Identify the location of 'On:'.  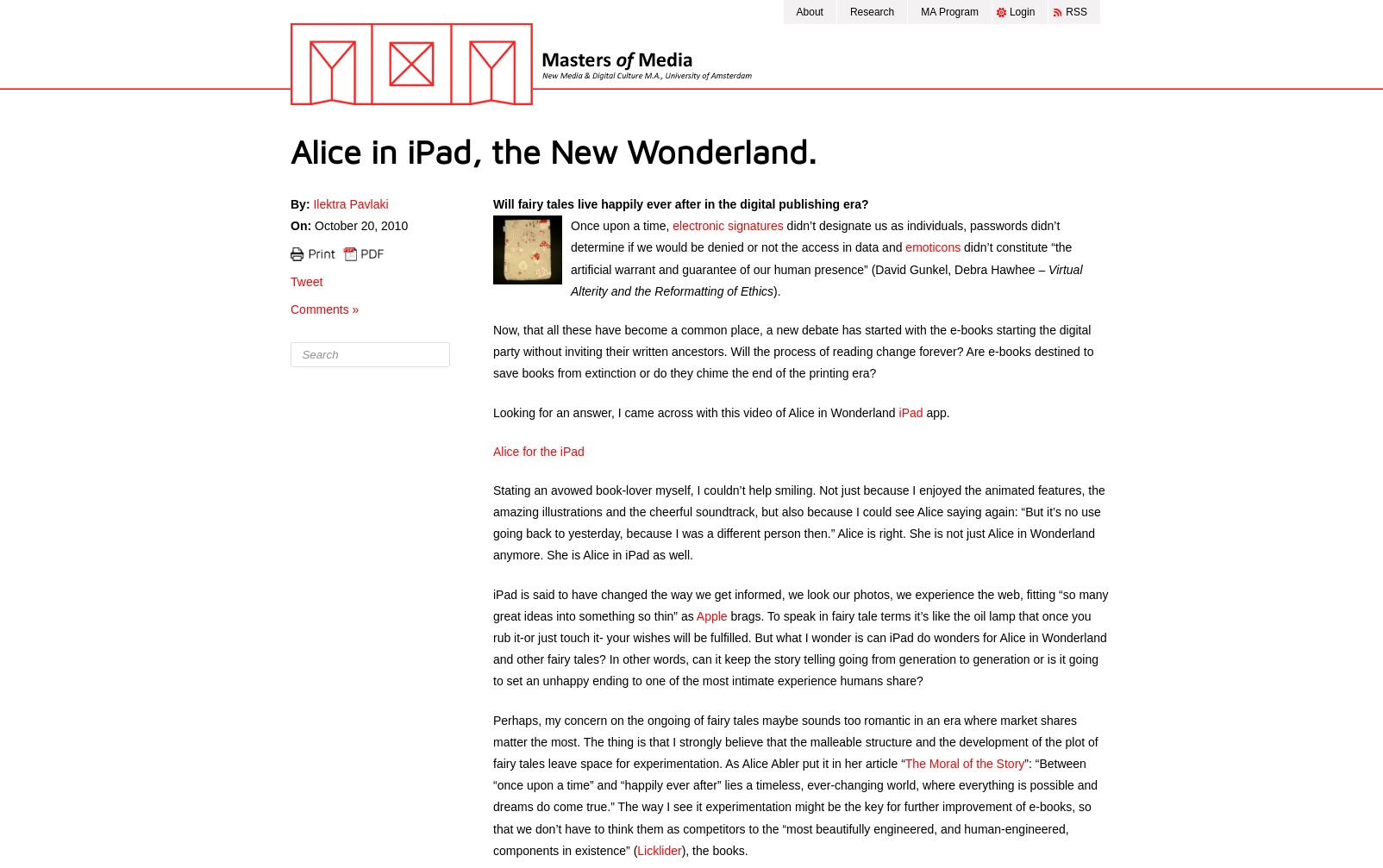
(301, 226).